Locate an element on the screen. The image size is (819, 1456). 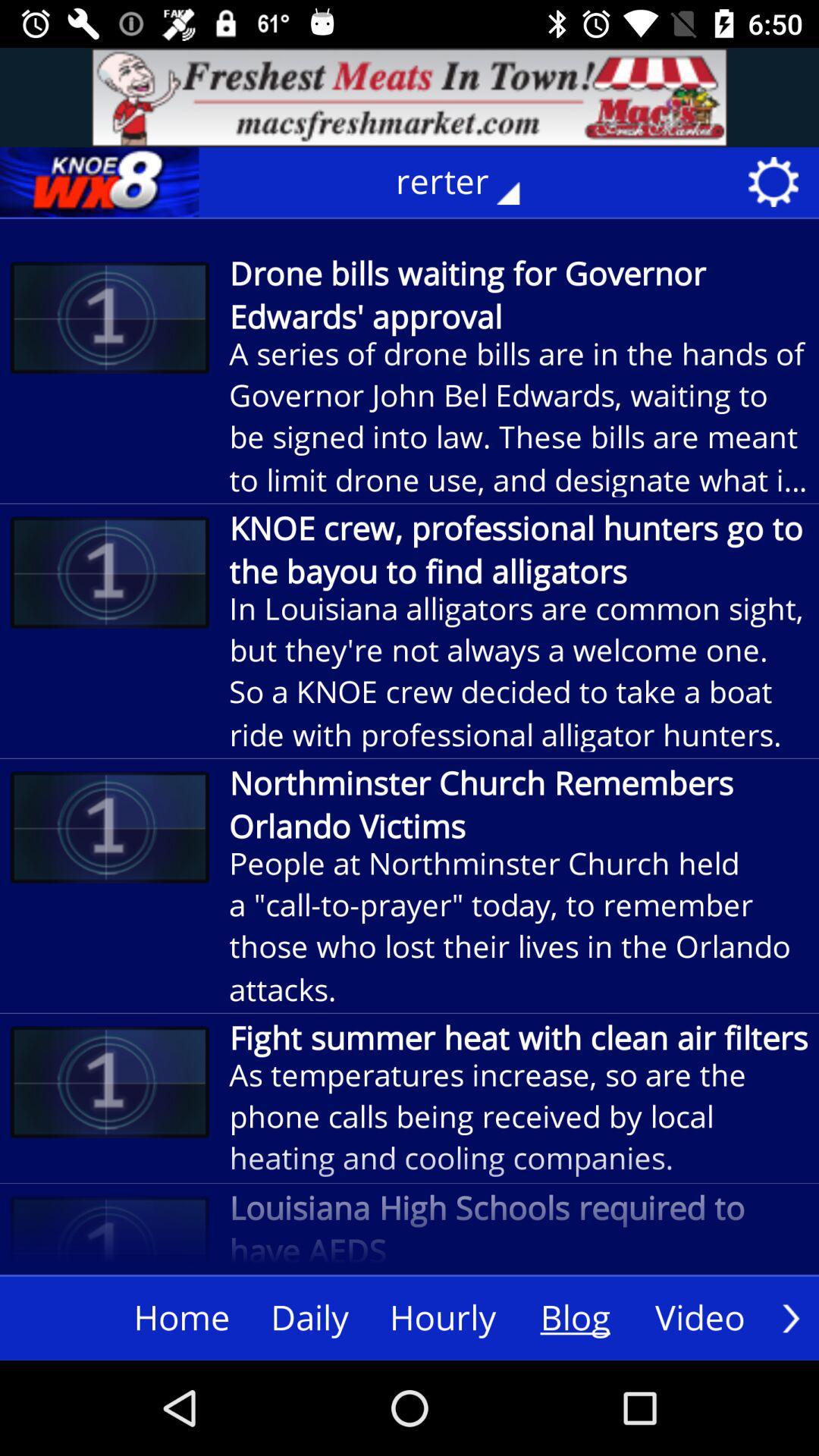
additional options button is located at coordinates (790, 1317).